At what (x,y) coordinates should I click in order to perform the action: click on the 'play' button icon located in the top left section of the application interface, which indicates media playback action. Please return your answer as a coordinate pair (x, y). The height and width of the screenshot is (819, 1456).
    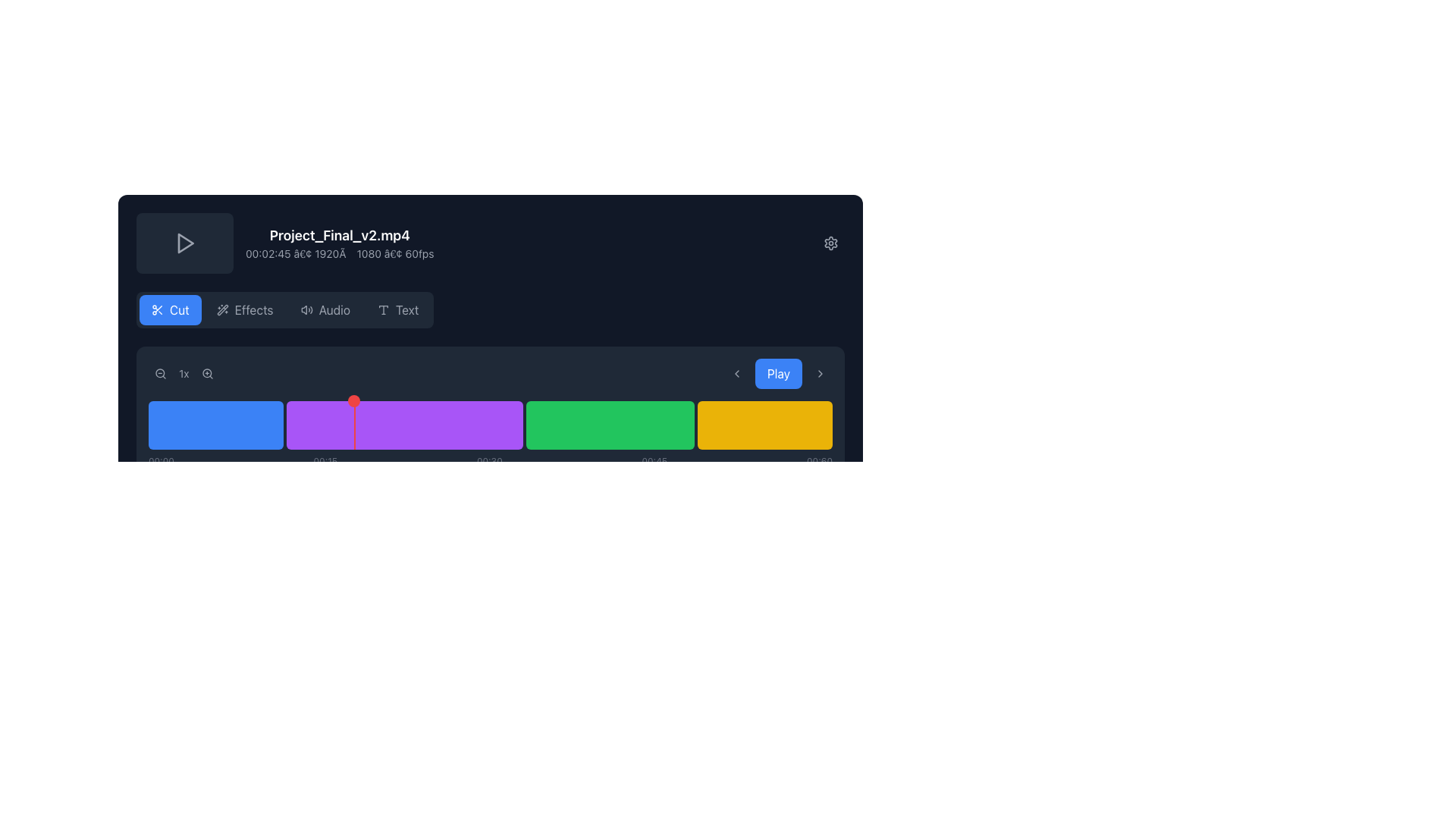
    Looking at the image, I should click on (185, 242).